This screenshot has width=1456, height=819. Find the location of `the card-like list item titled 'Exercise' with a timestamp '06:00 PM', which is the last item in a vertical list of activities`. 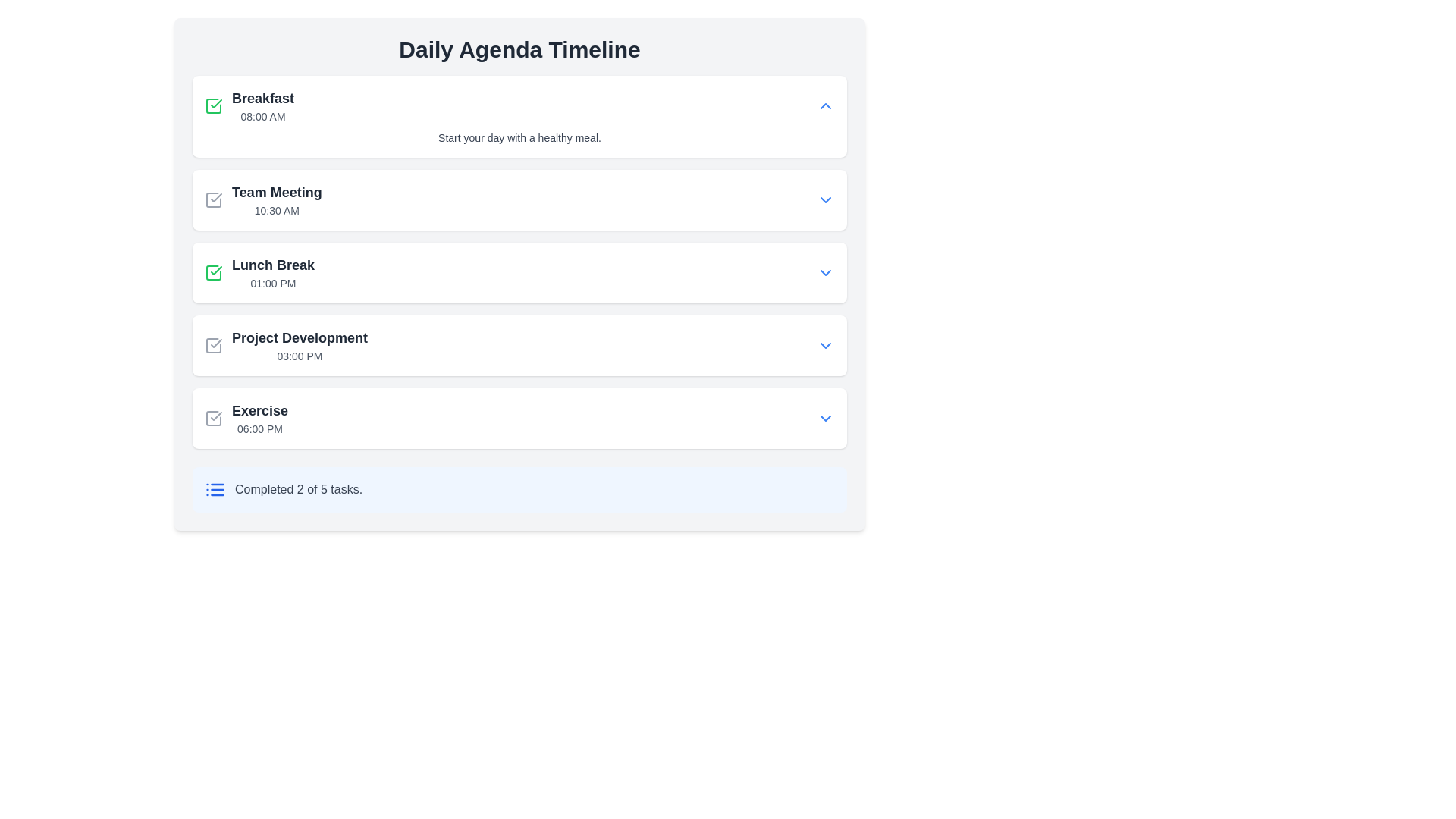

the card-like list item titled 'Exercise' with a timestamp '06:00 PM', which is the last item in a vertical list of activities is located at coordinates (519, 418).